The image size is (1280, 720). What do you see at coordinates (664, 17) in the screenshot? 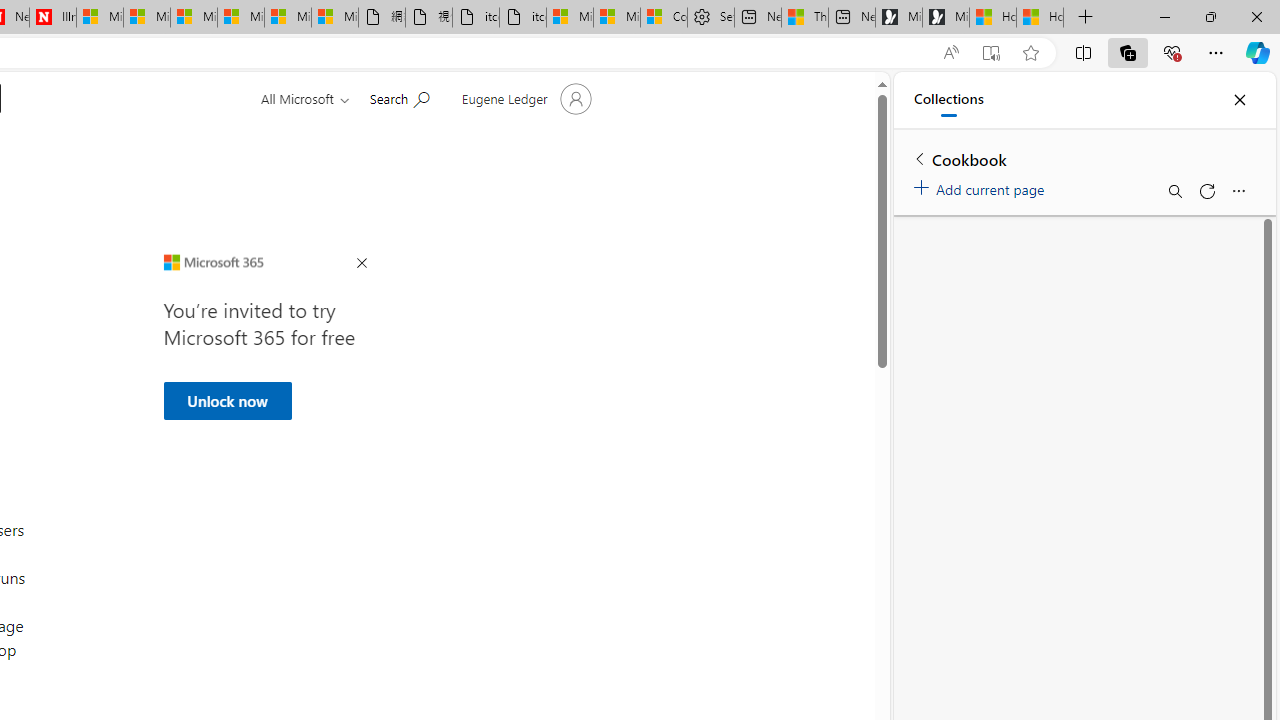
I see `'Consumer Health Data Privacy Policy'` at bounding box center [664, 17].